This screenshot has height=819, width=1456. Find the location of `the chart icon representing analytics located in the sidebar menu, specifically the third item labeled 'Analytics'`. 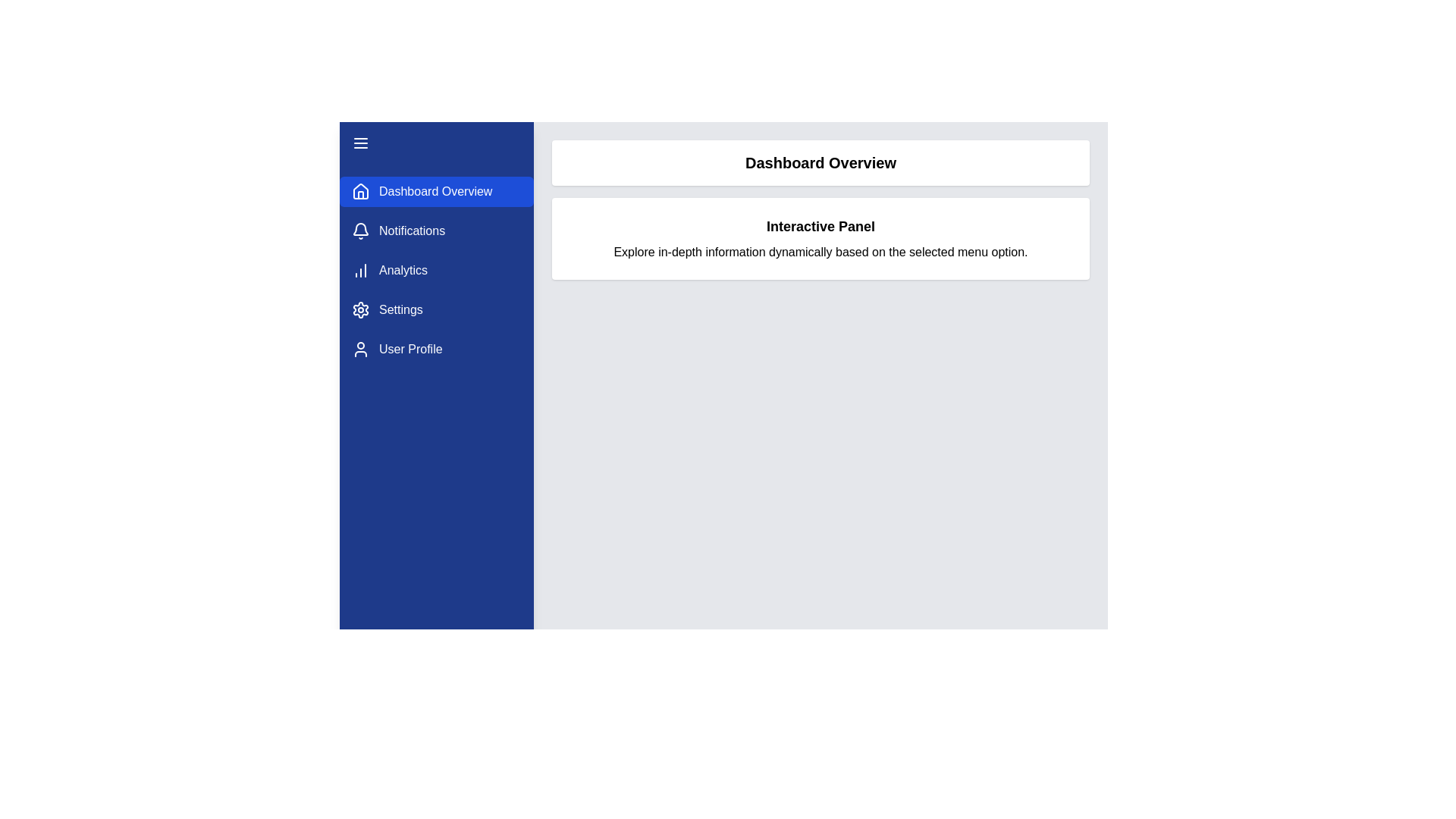

the chart icon representing analytics located in the sidebar menu, specifically the third item labeled 'Analytics' is located at coordinates (359, 270).